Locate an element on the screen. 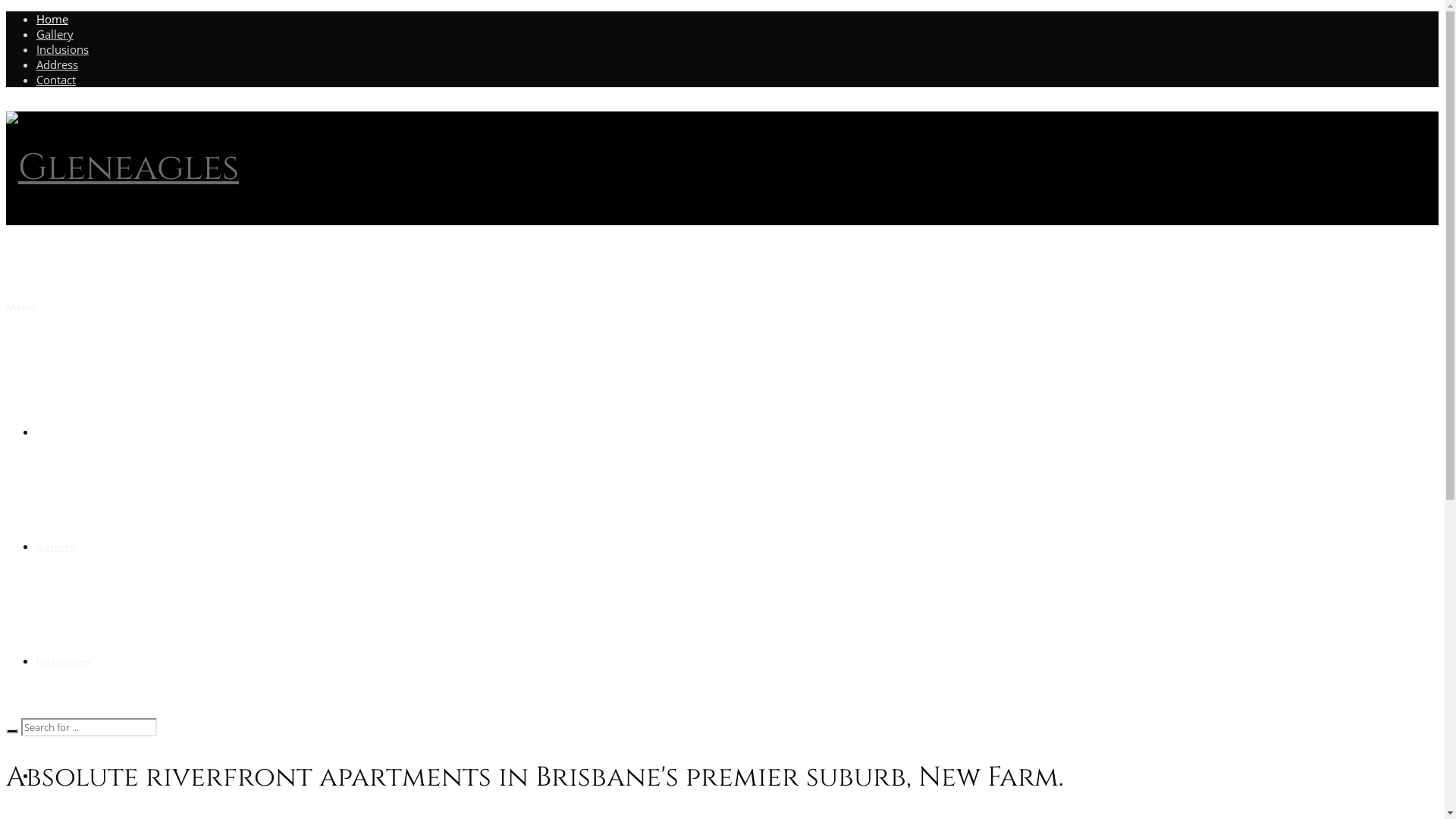  'Gallery' is located at coordinates (36, 547).